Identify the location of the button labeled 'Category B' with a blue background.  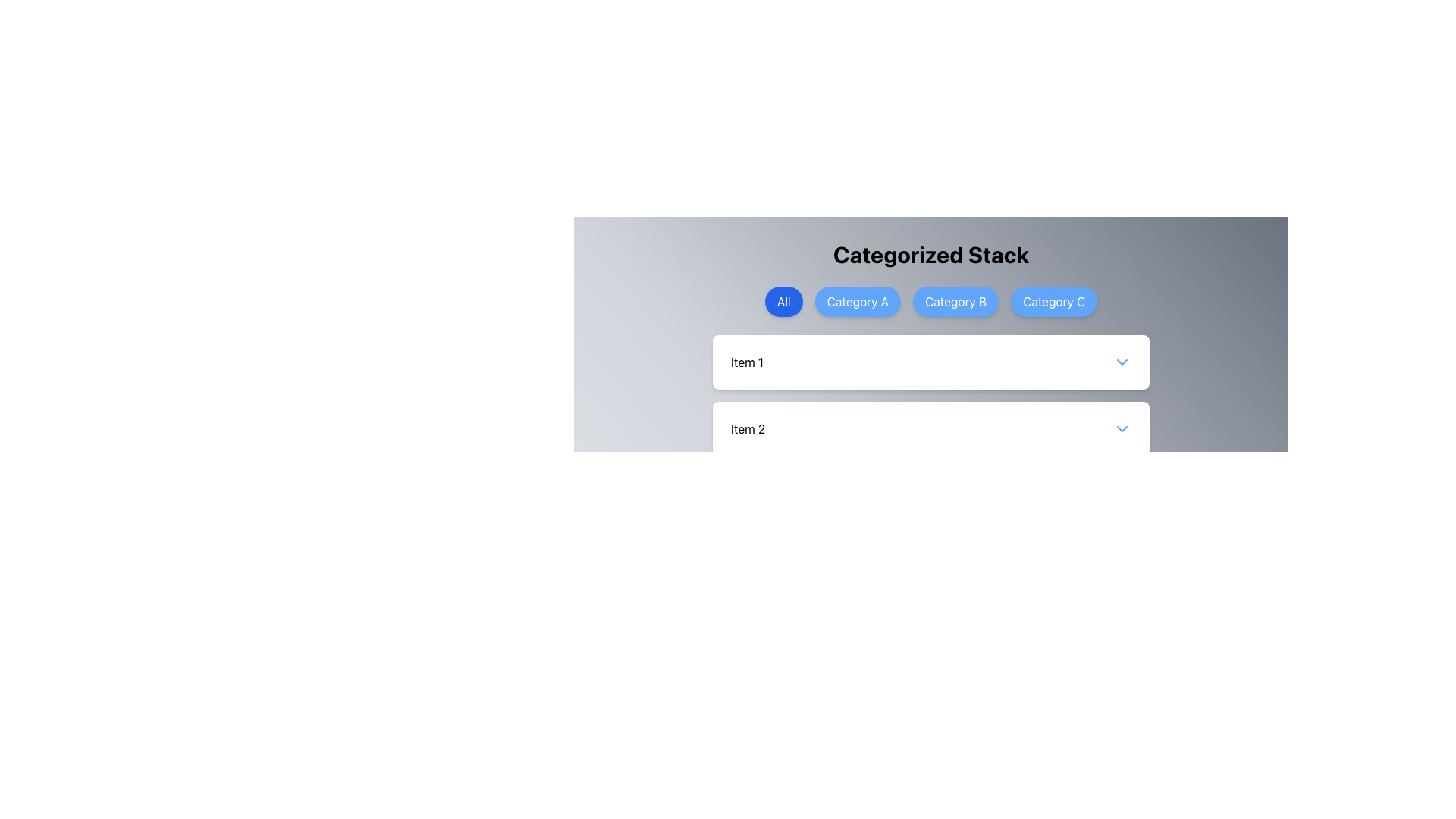
(955, 301).